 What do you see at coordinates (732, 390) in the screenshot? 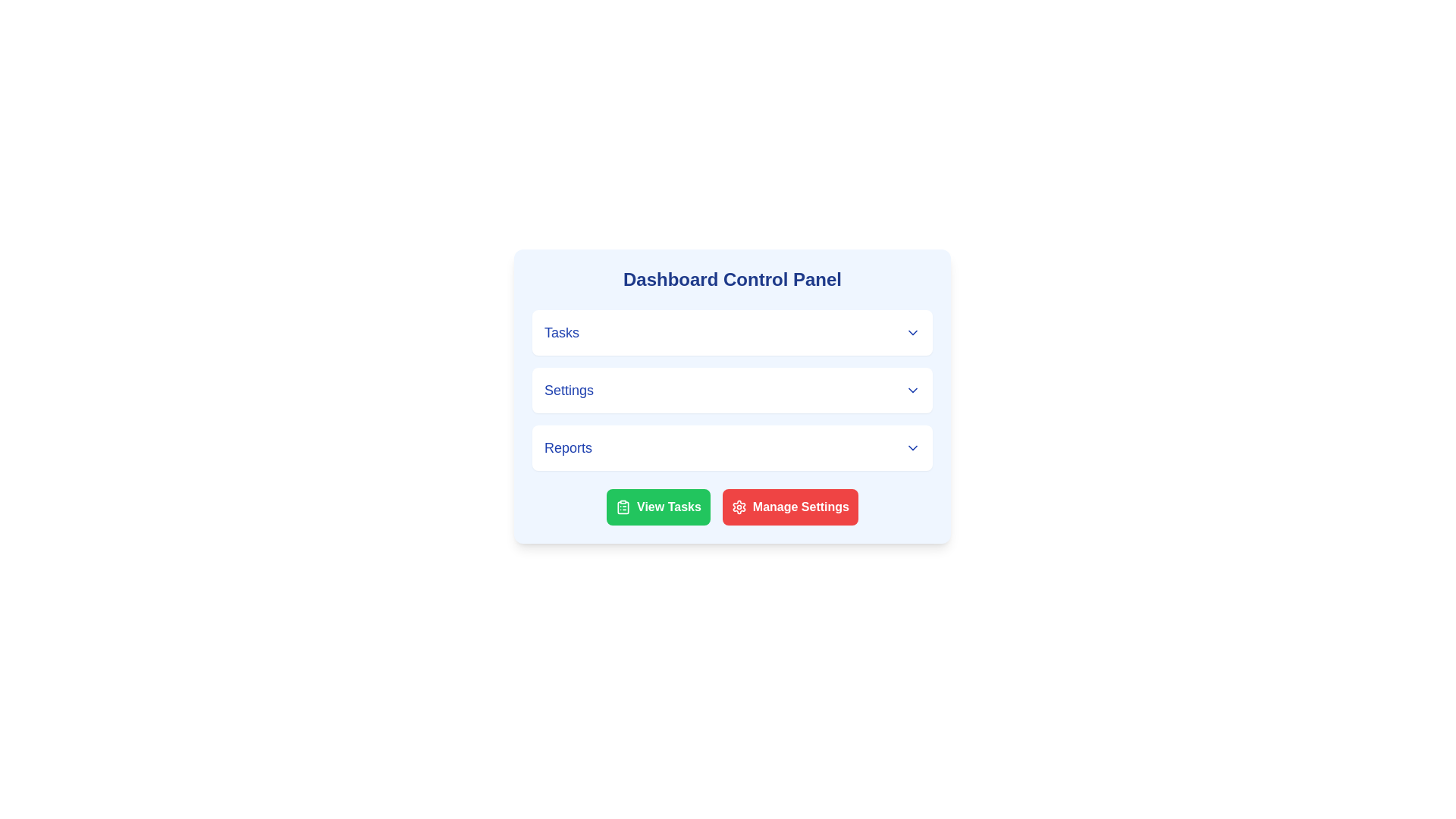
I see `the 'Settings' entry in the dropdown menu using keyboard navigation, located in the Dashboard Control Panel` at bounding box center [732, 390].